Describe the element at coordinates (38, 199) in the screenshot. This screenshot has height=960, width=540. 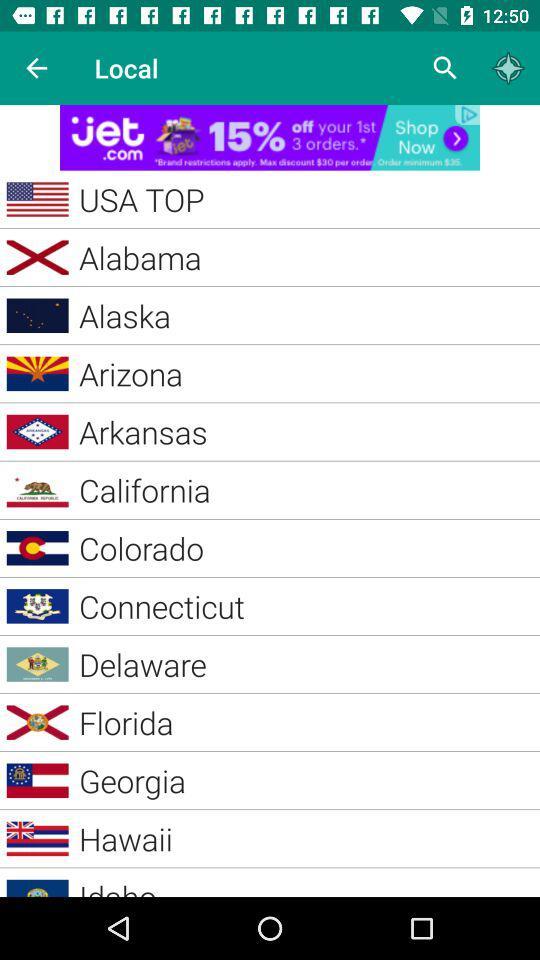
I see `the symbol beside usa top` at that location.